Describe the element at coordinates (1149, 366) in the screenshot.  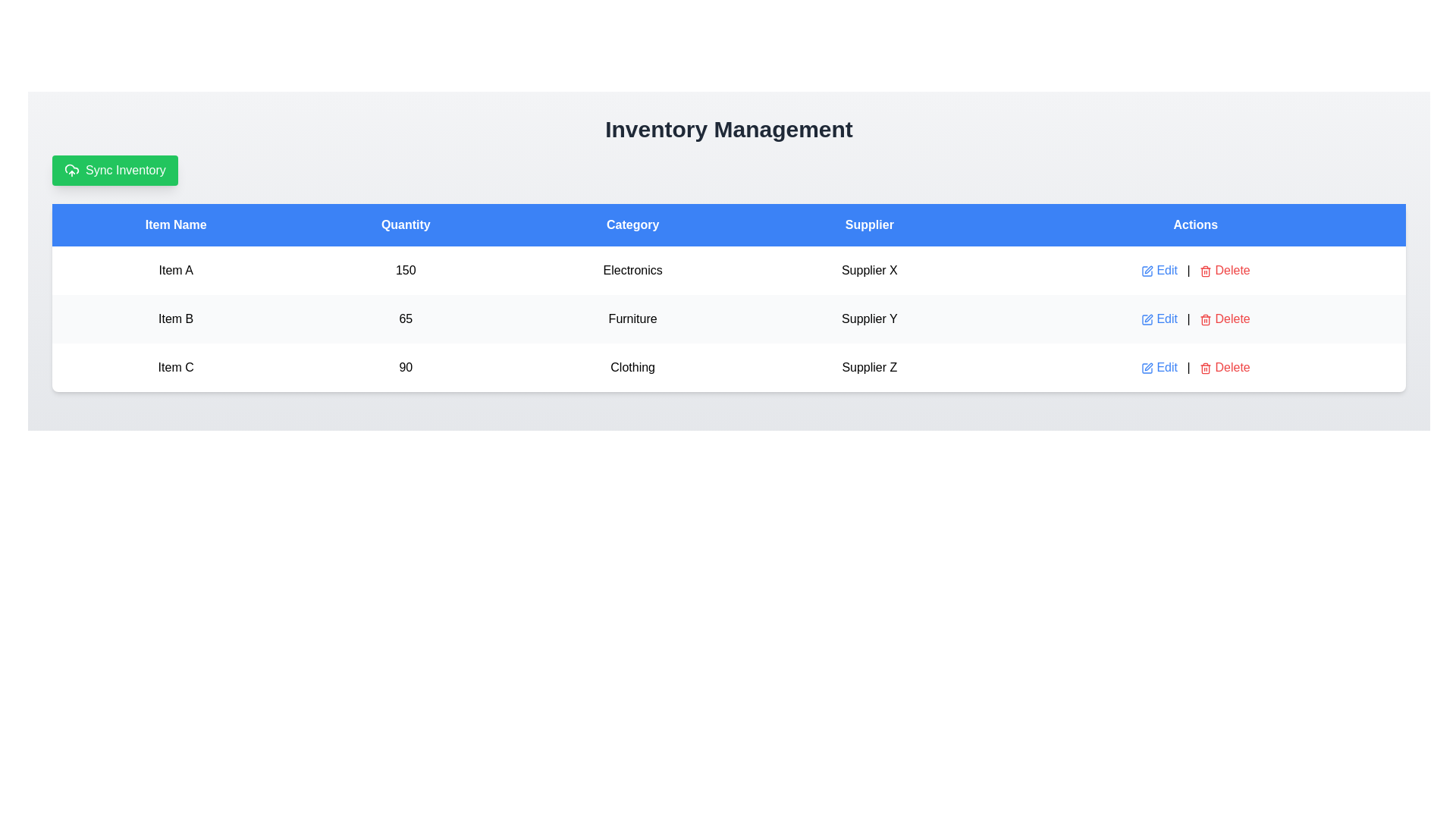
I see `the editing icon located under the 'Actions' column in the row corresponding to the item to initiate an action` at that location.